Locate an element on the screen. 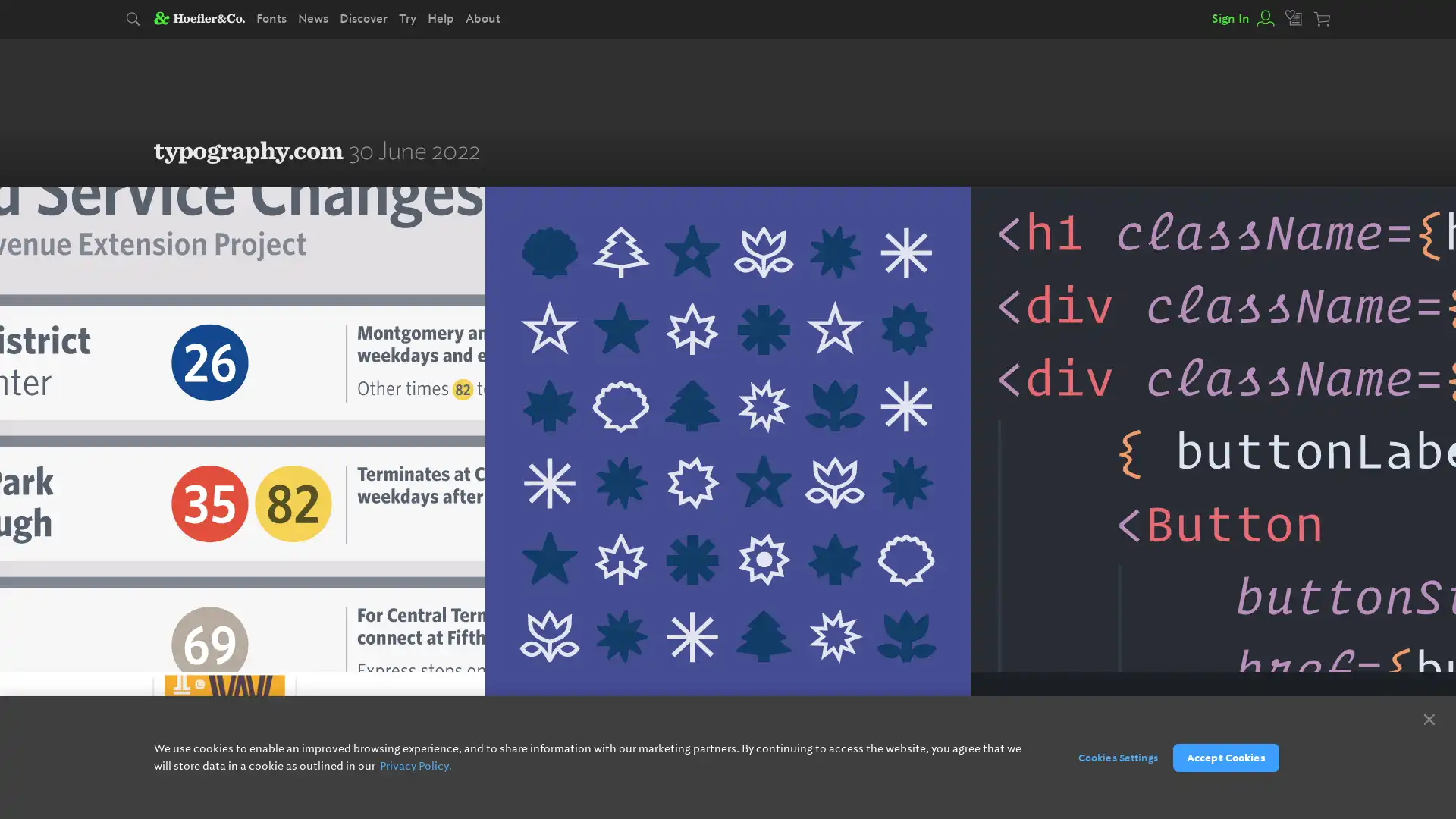  View your favorites is located at coordinates (1294, 18).